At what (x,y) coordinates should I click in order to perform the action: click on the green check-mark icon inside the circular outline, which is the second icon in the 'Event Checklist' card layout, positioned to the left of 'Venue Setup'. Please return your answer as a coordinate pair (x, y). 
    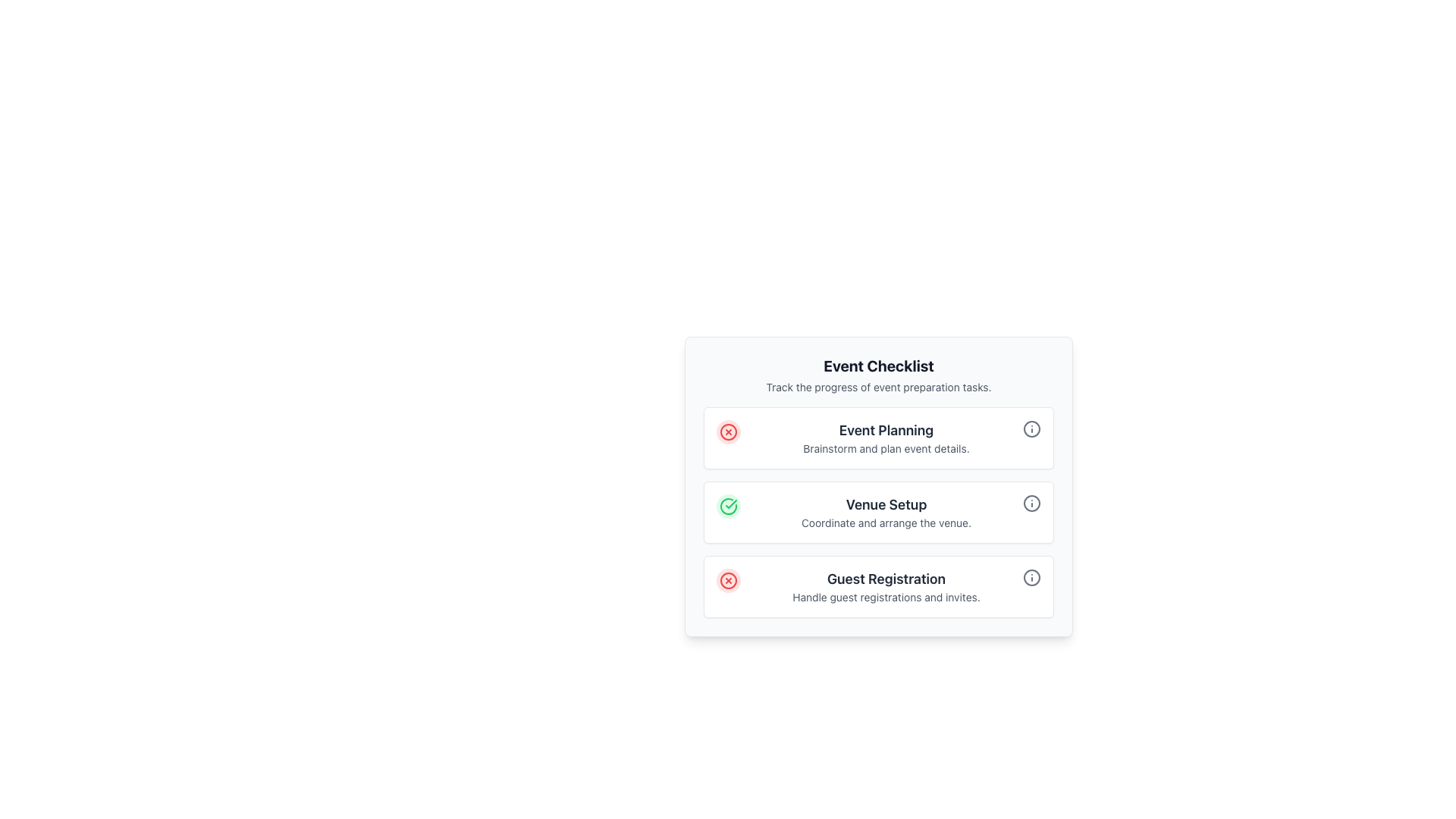
    Looking at the image, I should click on (728, 506).